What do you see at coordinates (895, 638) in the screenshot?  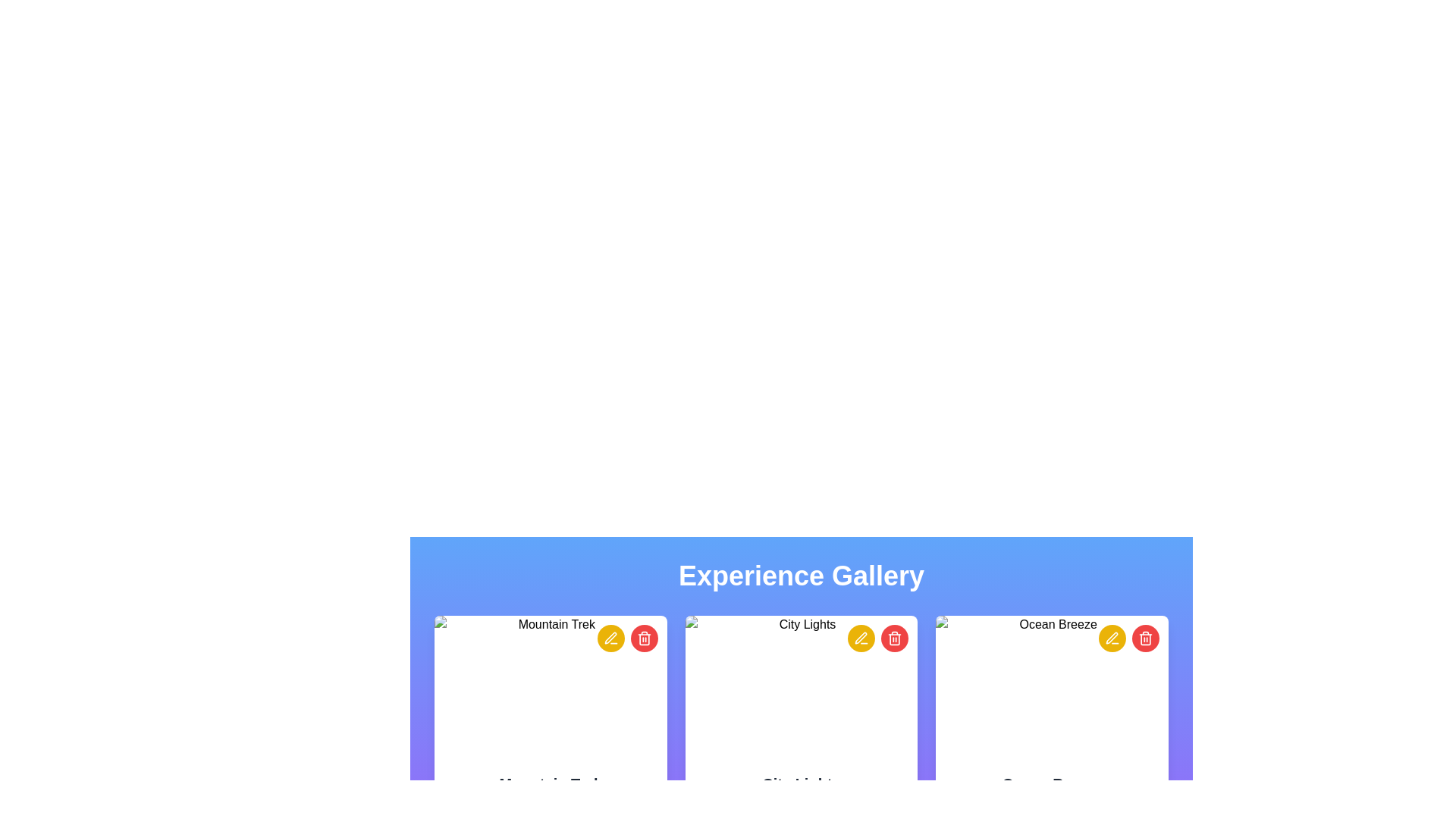 I see `the small circular red button with a trash bin icon located in the top-right corner of the 'City Lights' card to observe any visual response` at bounding box center [895, 638].